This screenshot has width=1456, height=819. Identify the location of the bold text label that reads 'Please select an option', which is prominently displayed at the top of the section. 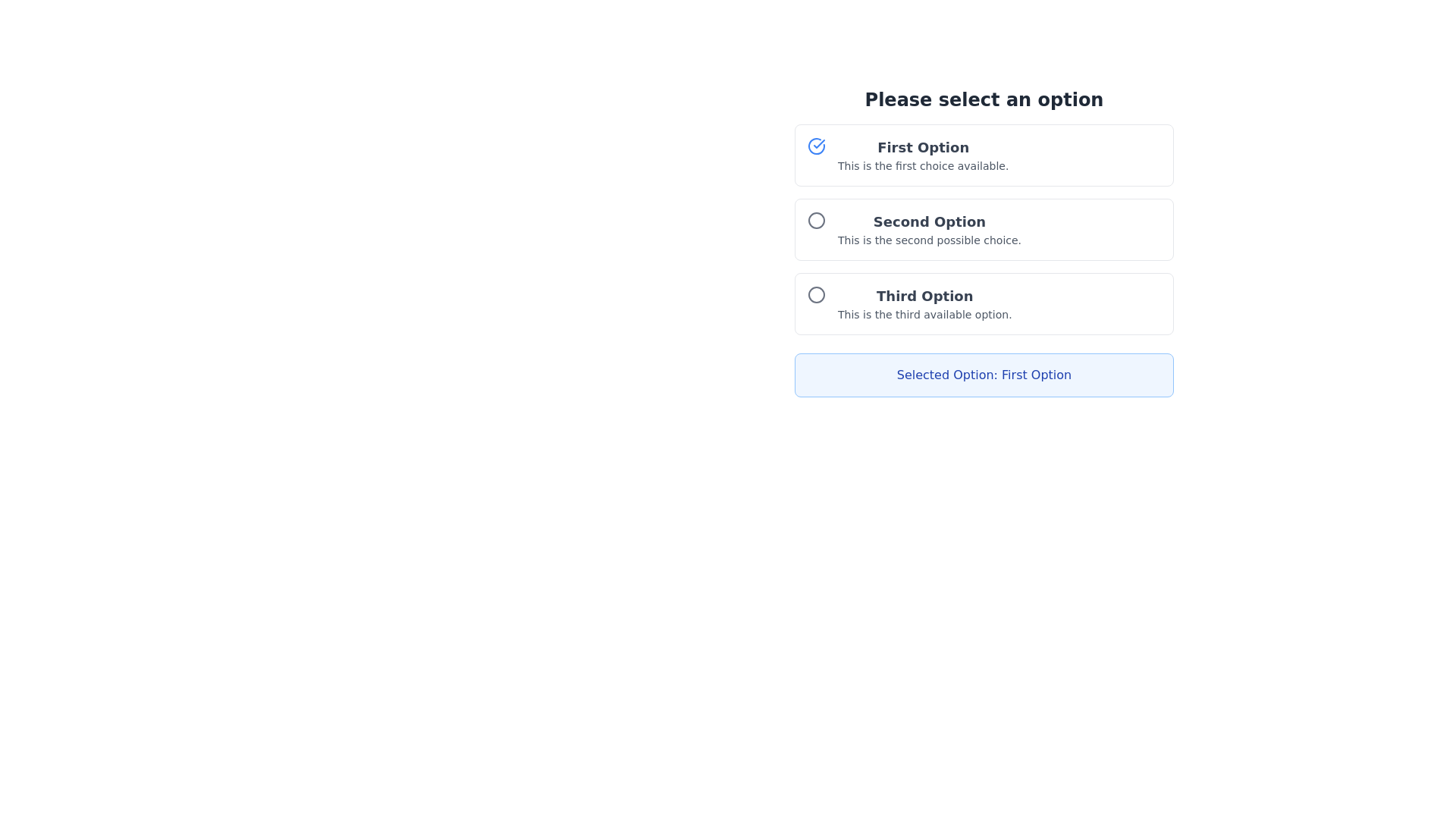
(984, 99).